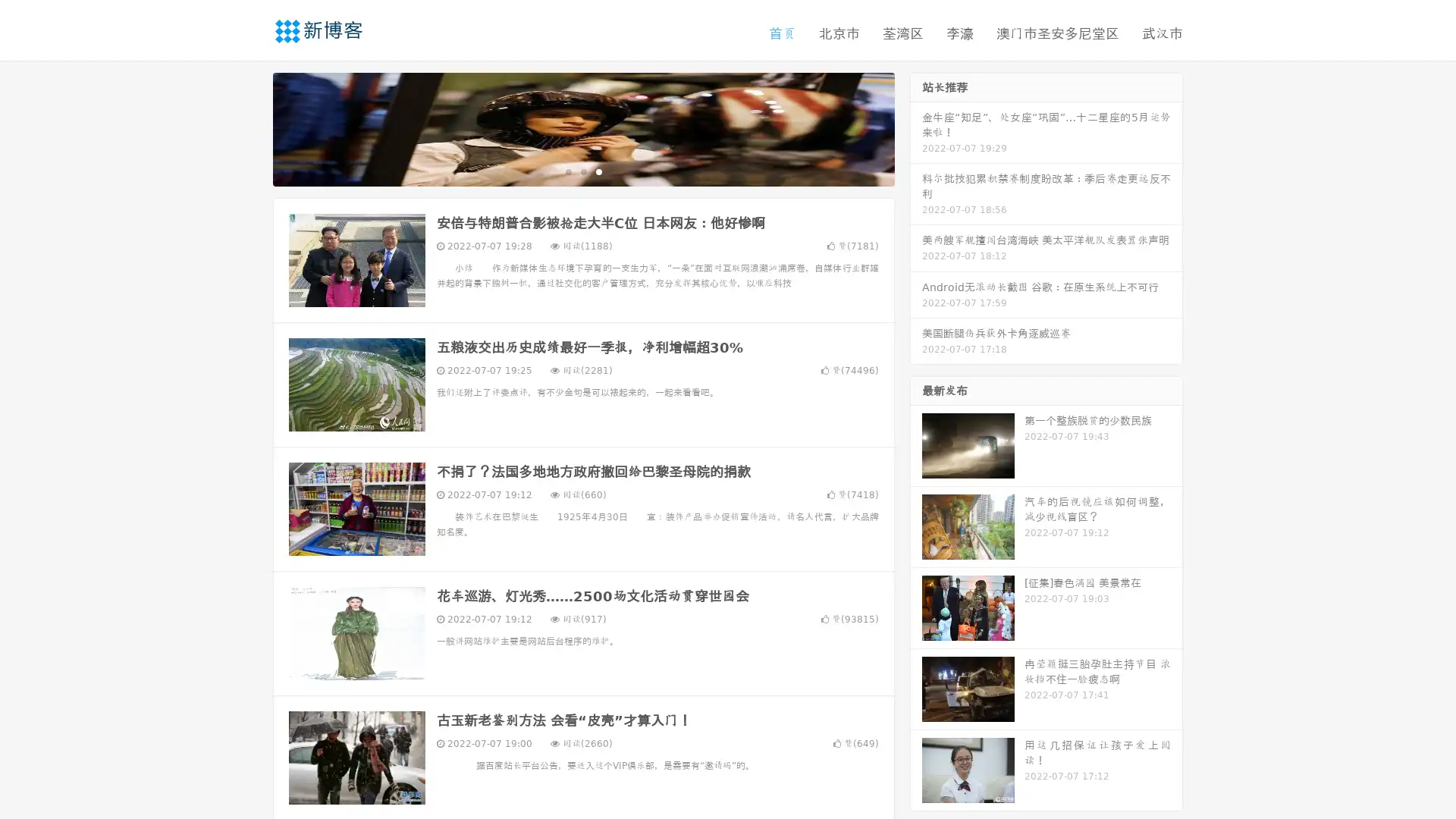 This screenshot has height=819, width=1456. What do you see at coordinates (567, 171) in the screenshot?
I see `Go to slide 1` at bounding box center [567, 171].